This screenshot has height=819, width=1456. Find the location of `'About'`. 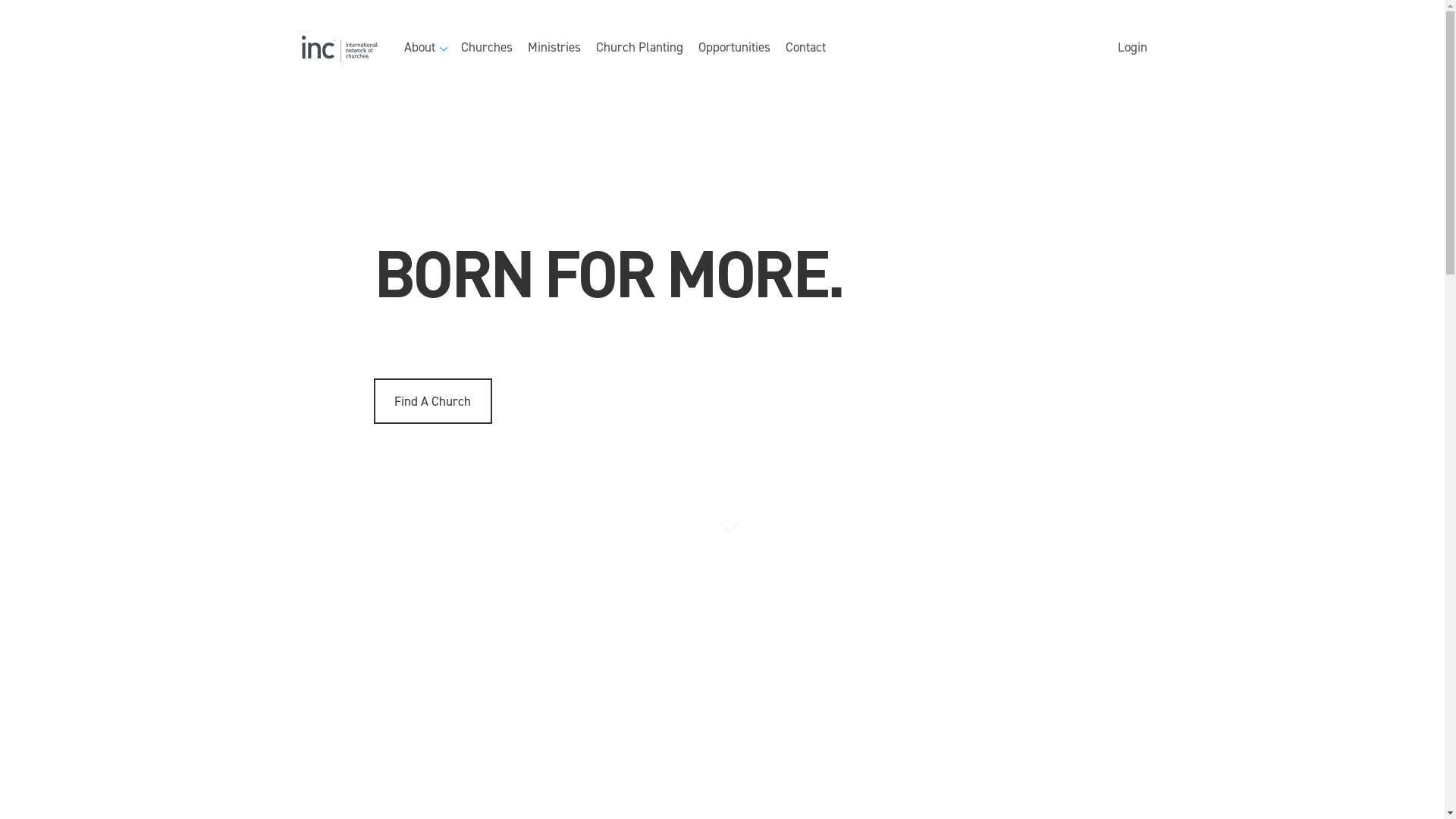

'About' is located at coordinates (424, 48).